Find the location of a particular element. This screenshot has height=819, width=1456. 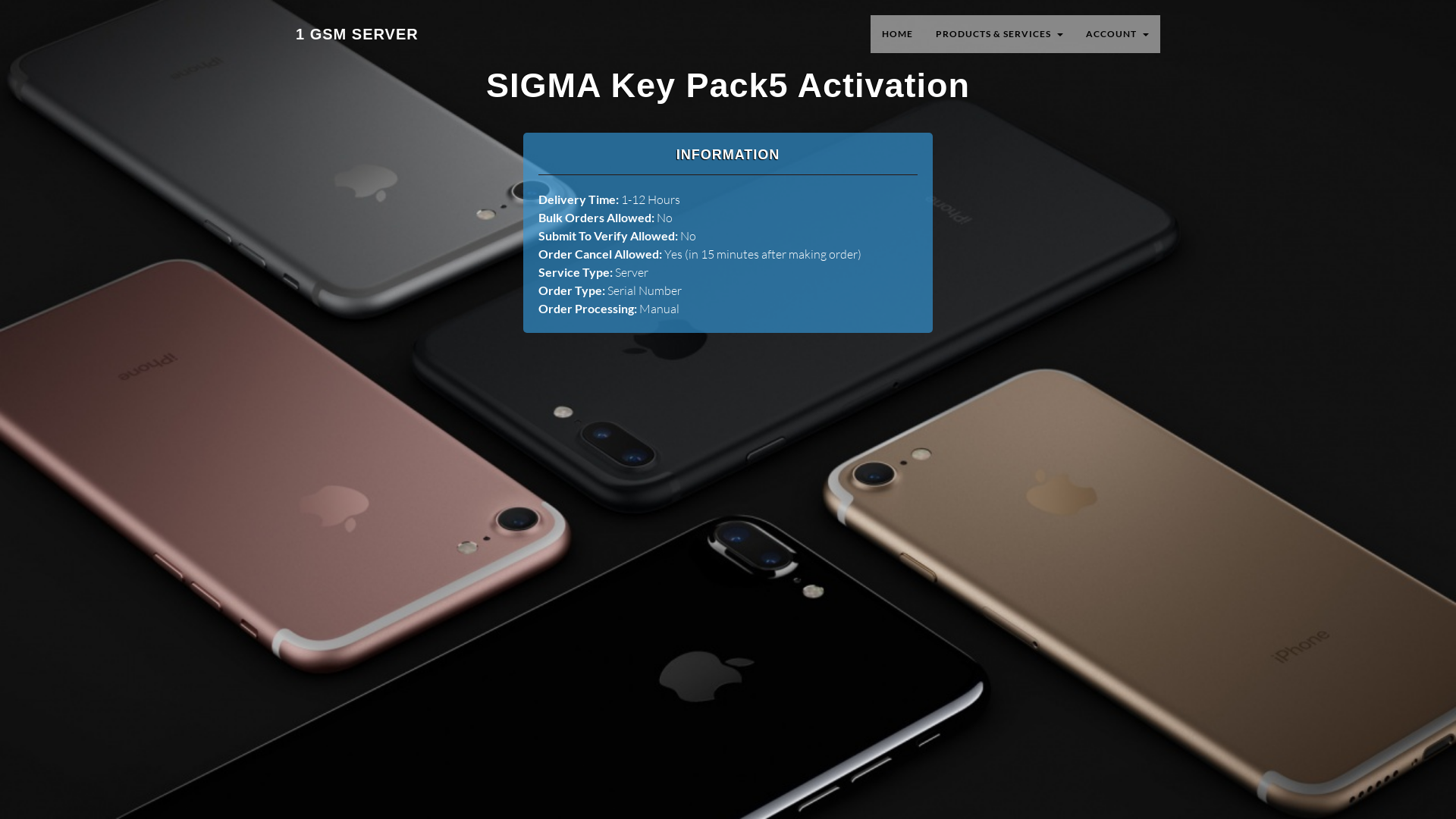

'HOME' is located at coordinates (897, 34).